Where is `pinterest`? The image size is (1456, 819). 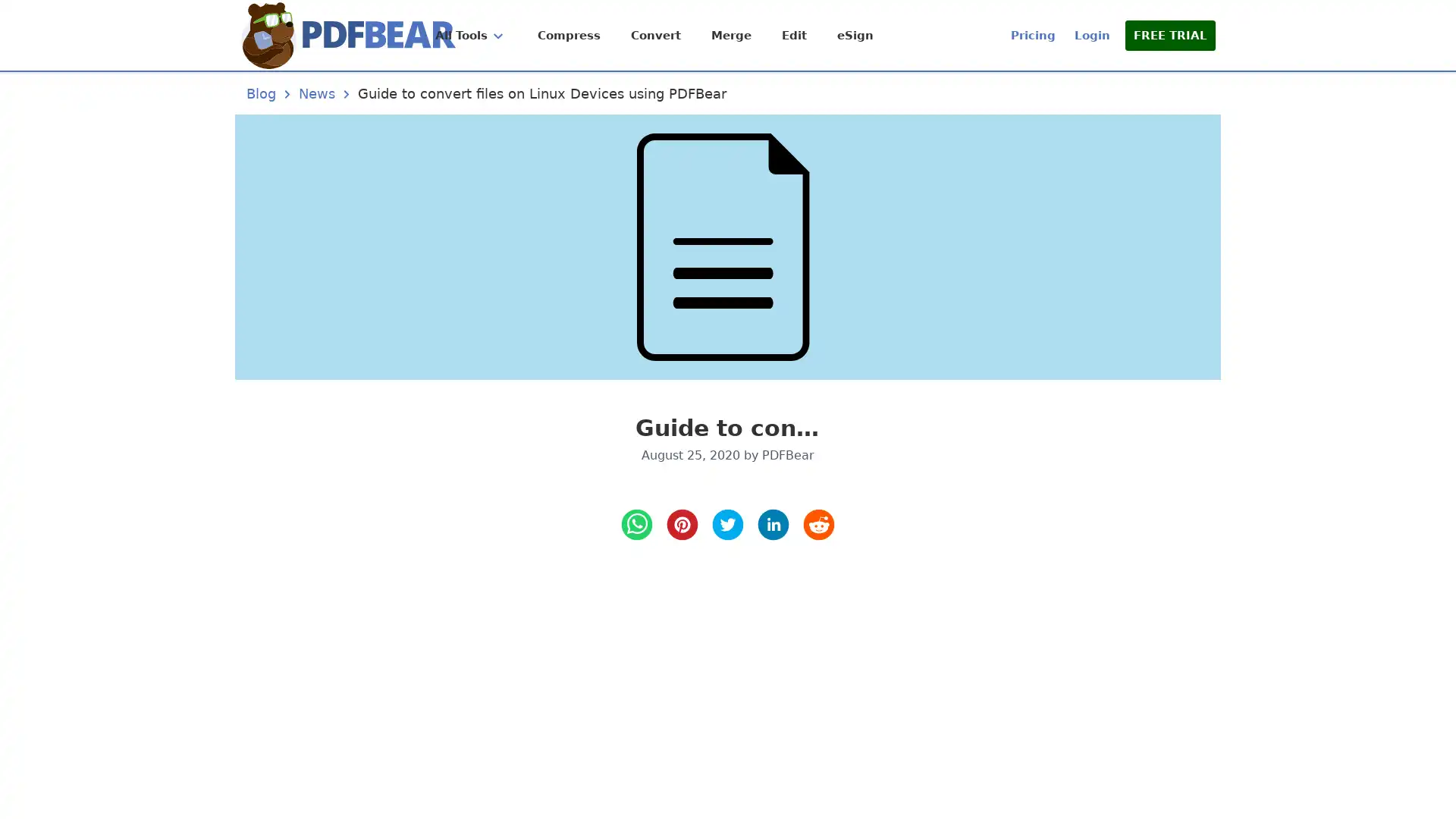 pinterest is located at coordinates (682, 523).